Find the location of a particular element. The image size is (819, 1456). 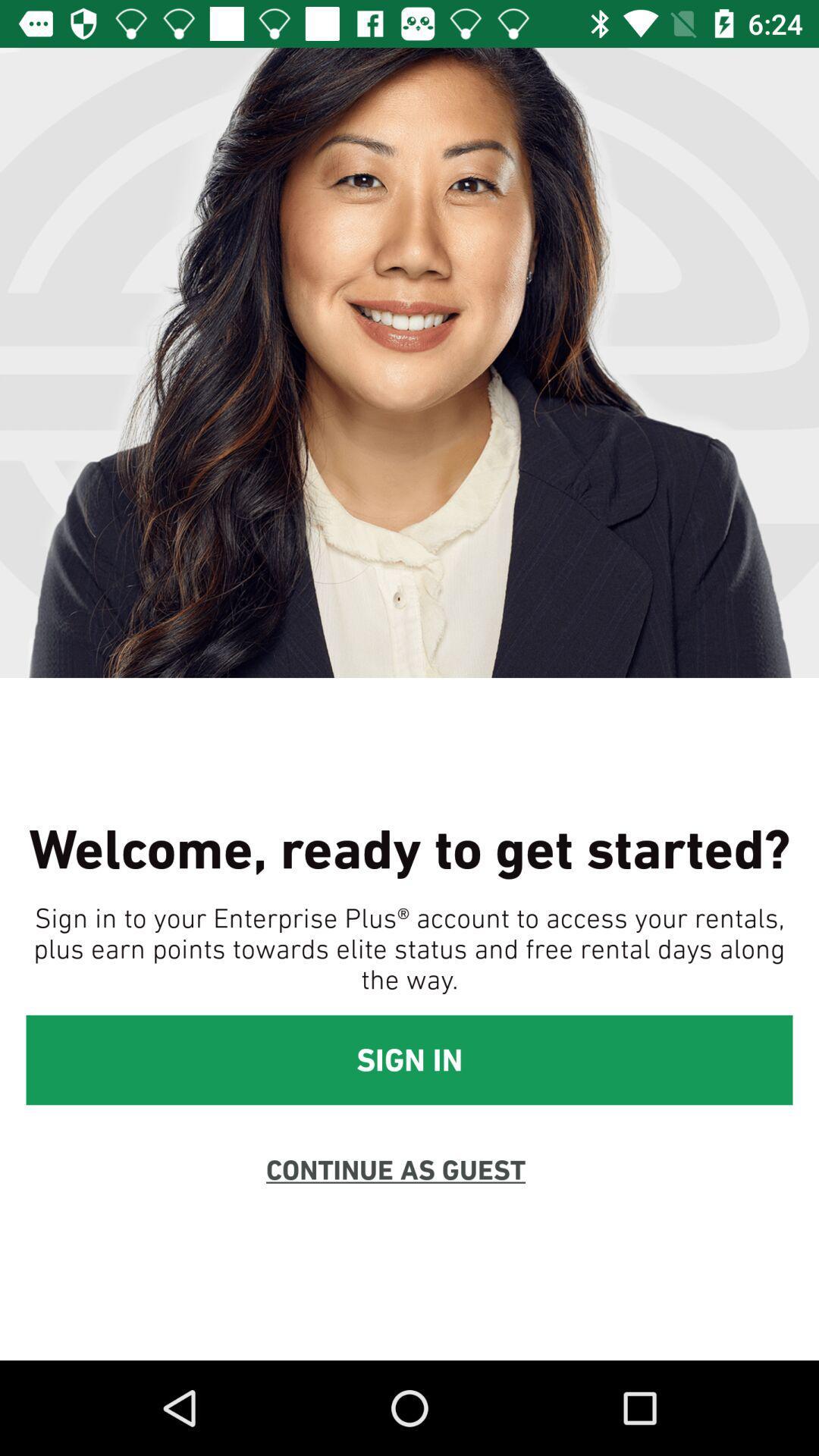

the icon below sign in is located at coordinates (394, 1169).